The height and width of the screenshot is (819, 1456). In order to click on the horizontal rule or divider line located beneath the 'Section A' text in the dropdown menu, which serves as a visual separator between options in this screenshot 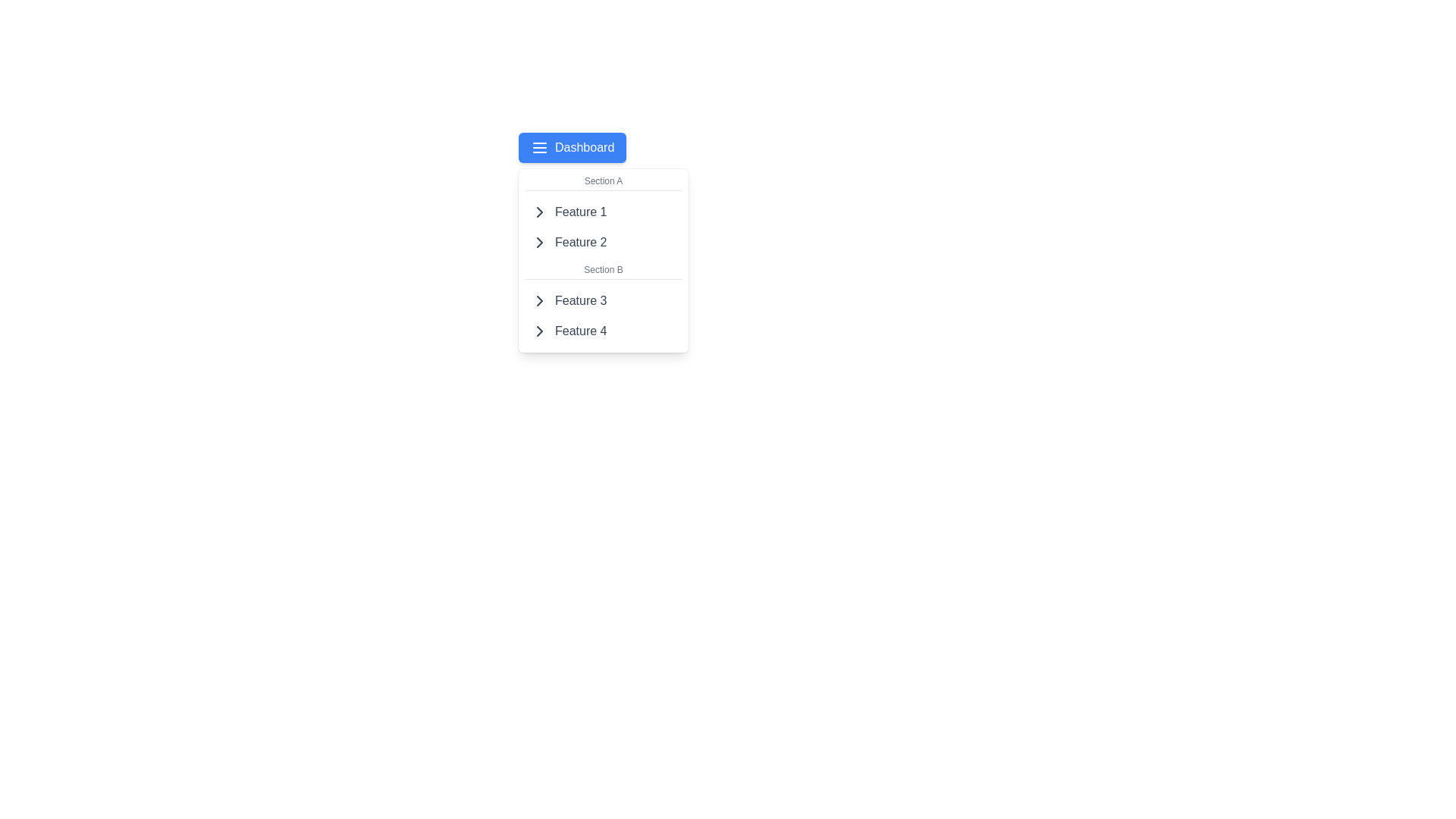, I will do `click(603, 190)`.